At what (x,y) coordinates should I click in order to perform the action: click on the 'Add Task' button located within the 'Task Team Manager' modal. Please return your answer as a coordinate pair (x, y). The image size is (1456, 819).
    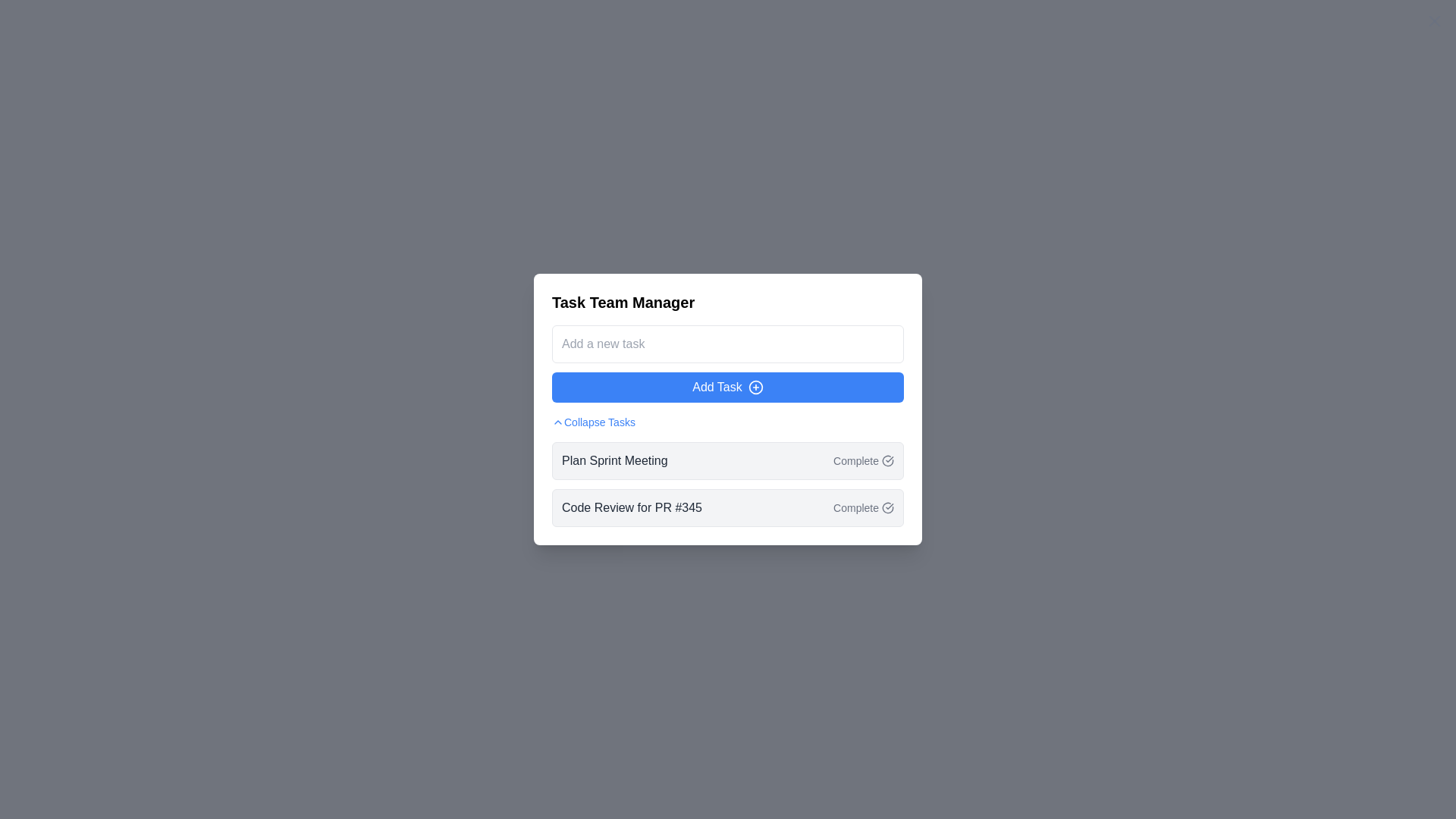
    Looking at the image, I should click on (728, 409).